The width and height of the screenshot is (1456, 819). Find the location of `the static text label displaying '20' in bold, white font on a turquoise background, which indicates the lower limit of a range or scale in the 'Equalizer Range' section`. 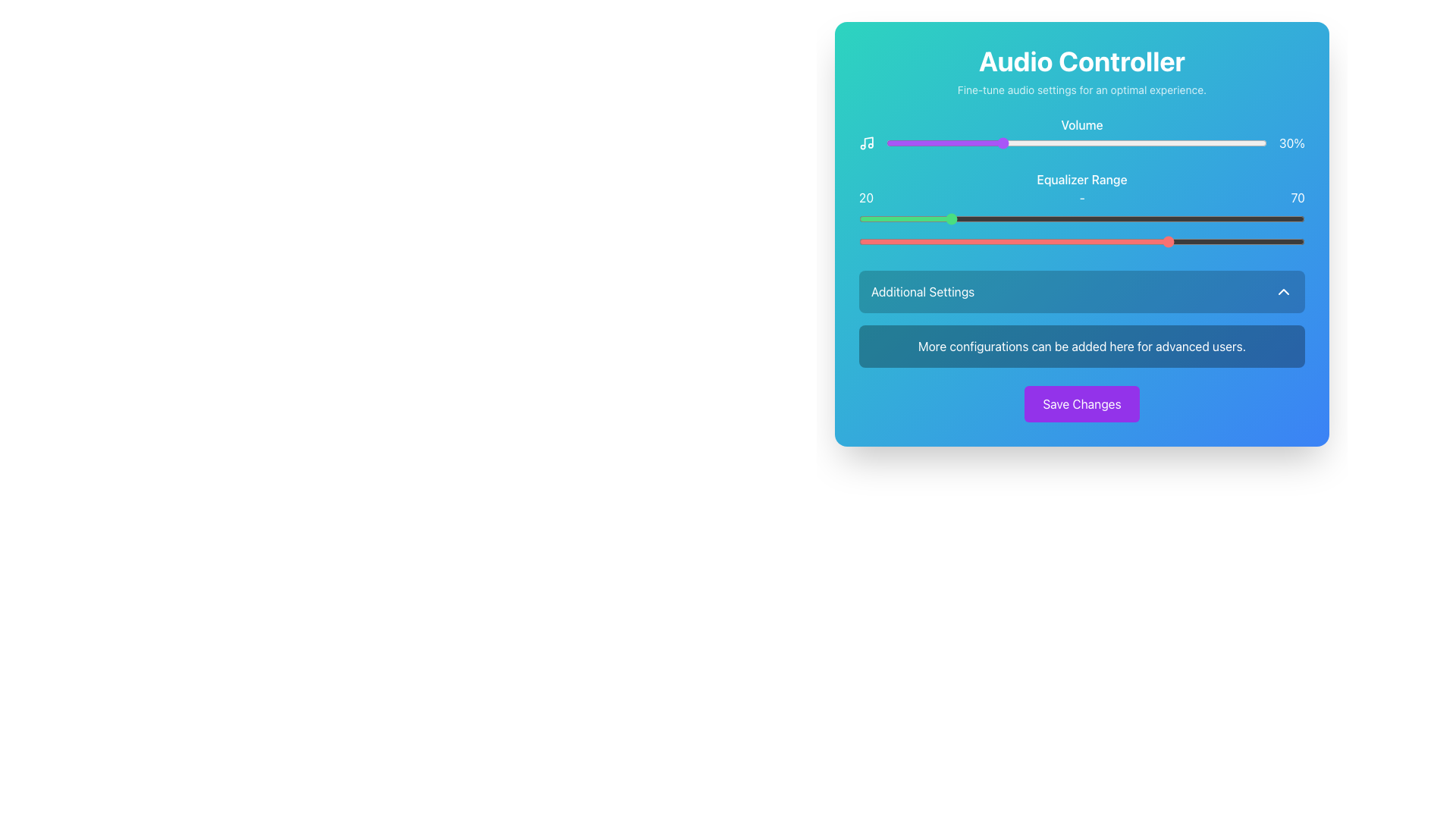

the static text label displaying '20' in bold, white font on a turquoise background, which indicates the lower limit of a range or scale in the 'Equalizer Range' section is located at coordinates (866, 197).